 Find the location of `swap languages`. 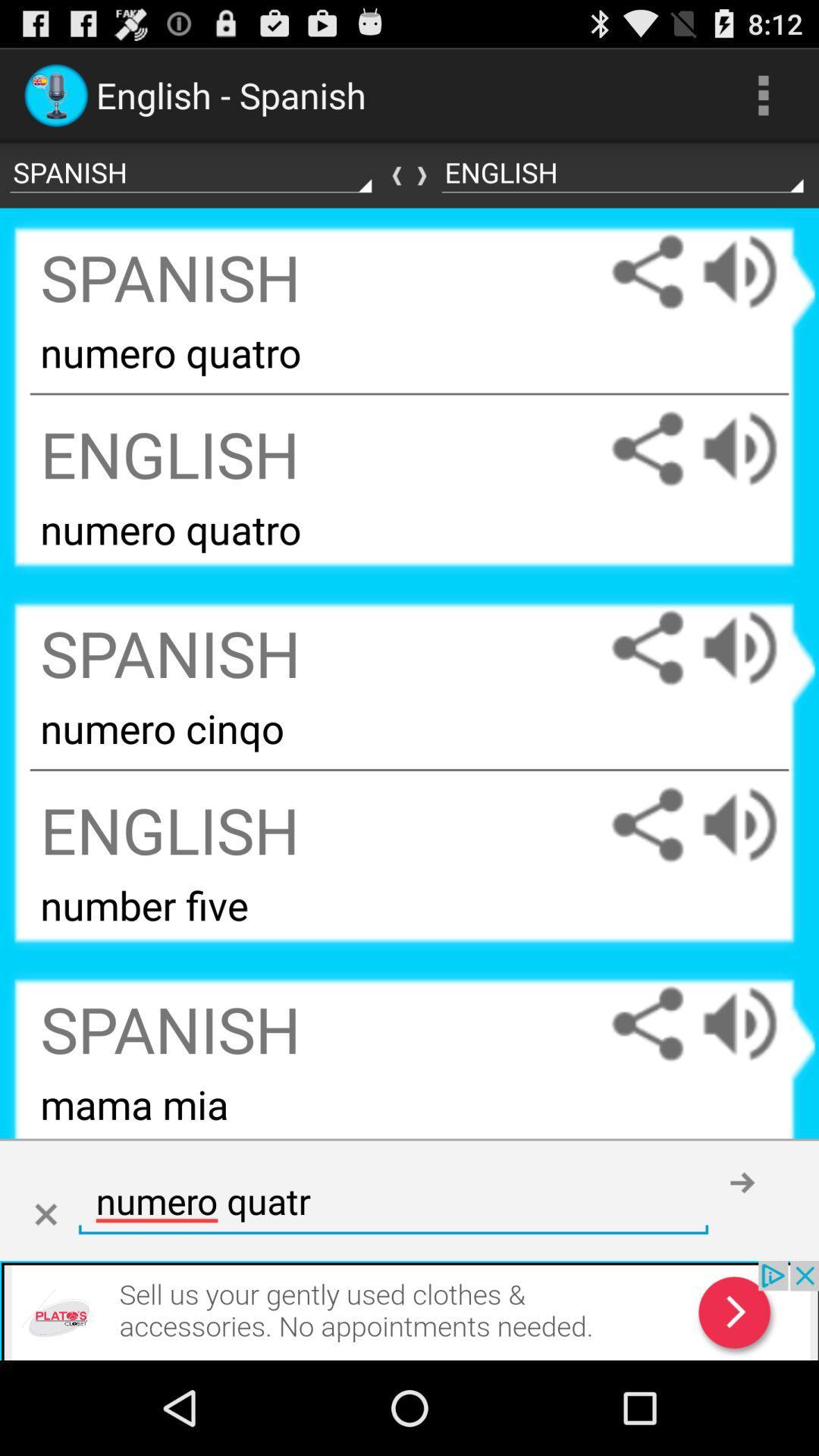

swap languages is located at coordinates (409, 175).